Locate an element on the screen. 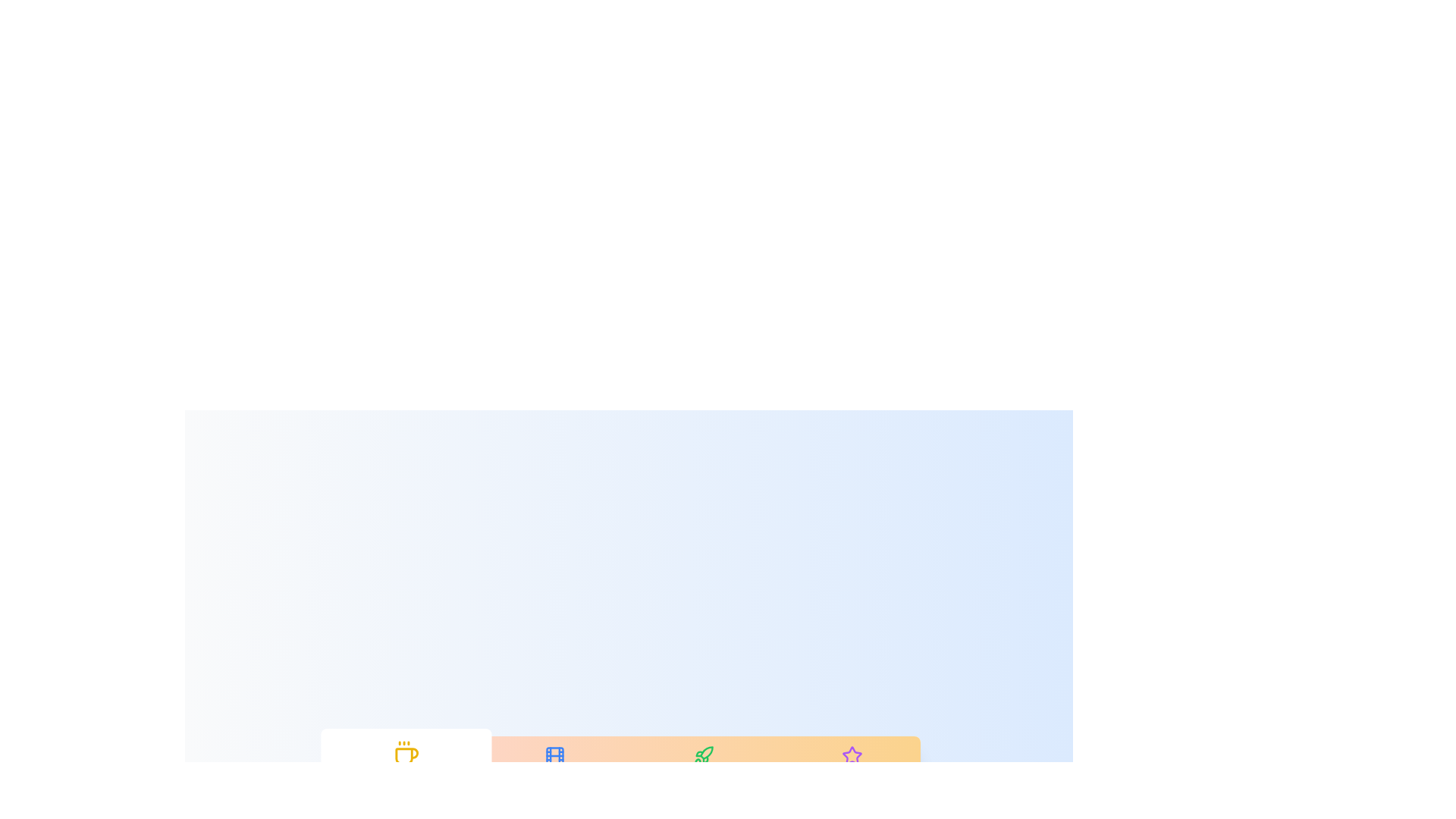  the tab labeled Favorites to select it is located at coordinates (852, 766).